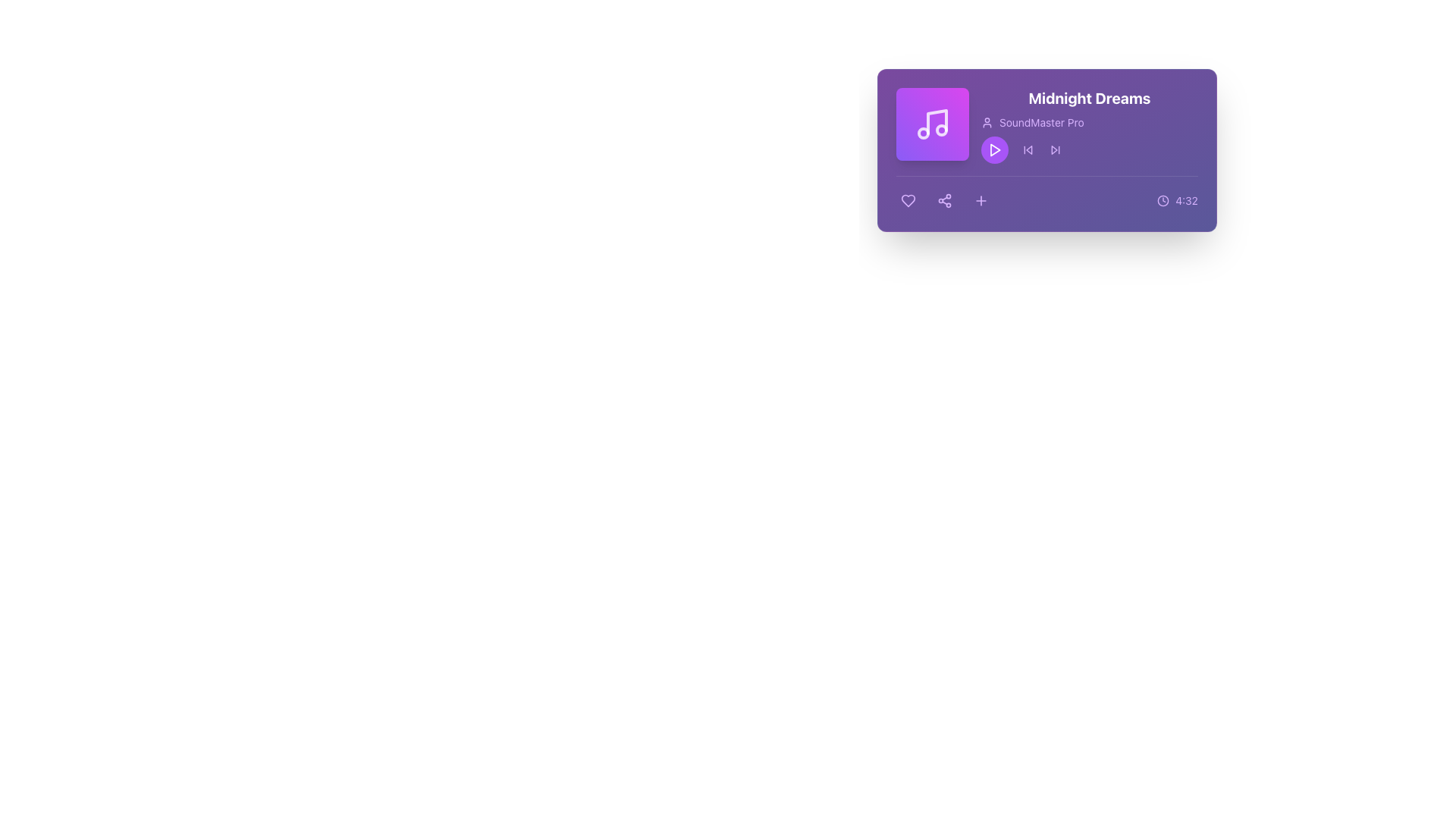 The image size is (1456, 819). I want to click on the triangular-shaped play button icon with a white outline, located within a circular button beneath the title 'Midnight Dreams', so click(994, 149).